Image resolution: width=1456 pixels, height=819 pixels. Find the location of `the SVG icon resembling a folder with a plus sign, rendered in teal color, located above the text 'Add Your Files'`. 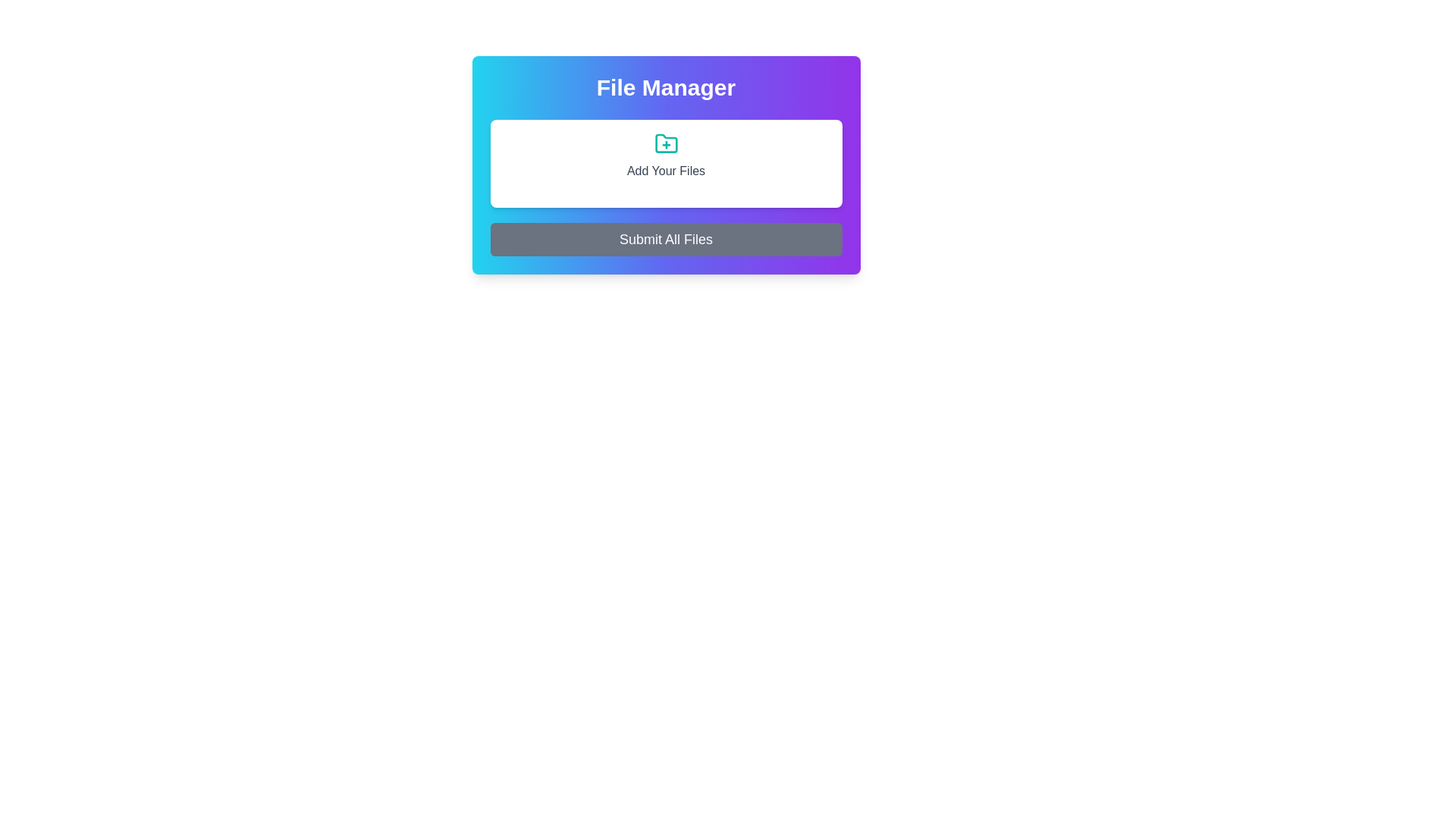

the SVG icon resembling a folder with a plus sign, rendered in teal color, located above the text 'Add Your Files' is located at coordinates (666, 143).